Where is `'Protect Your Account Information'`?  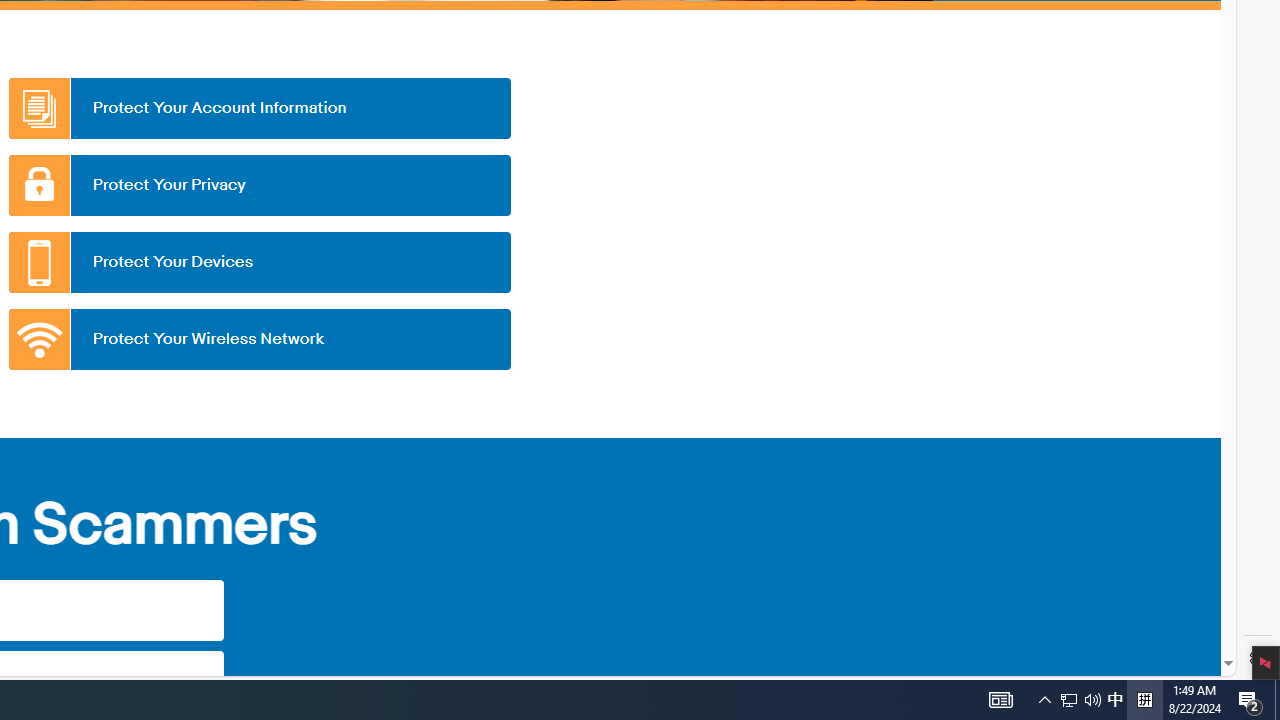
'Protect Your Account Information' is located at coordinates (258, 108).